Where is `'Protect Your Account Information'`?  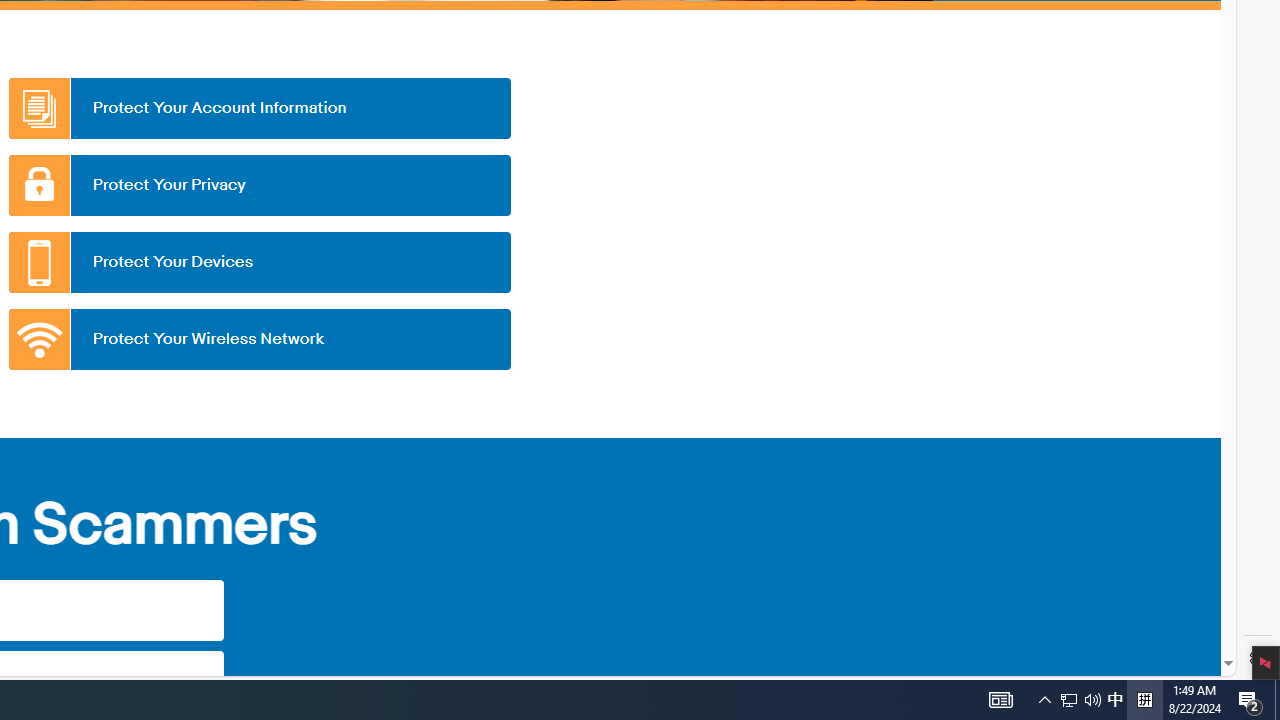
'Protect Your Account Information' is located at coordinates (258, 108).